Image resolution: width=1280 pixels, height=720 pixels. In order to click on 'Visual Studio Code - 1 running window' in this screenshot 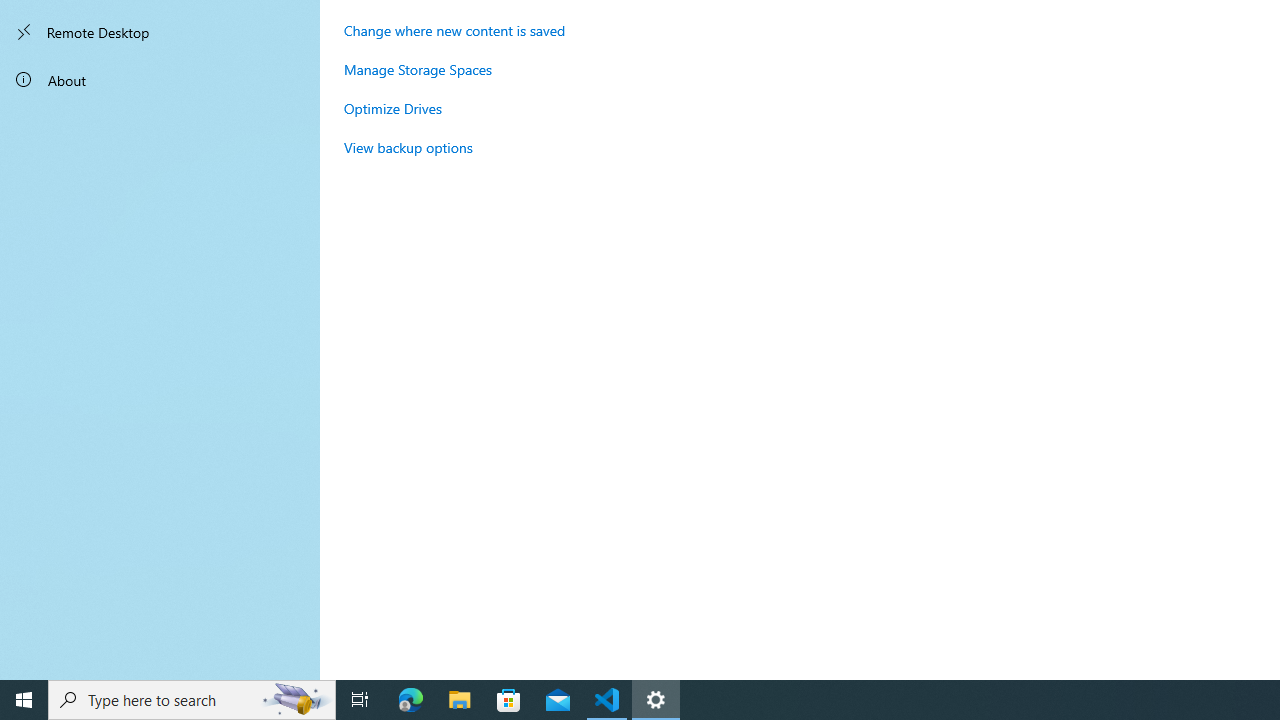, I will do `click(606, 698)`.